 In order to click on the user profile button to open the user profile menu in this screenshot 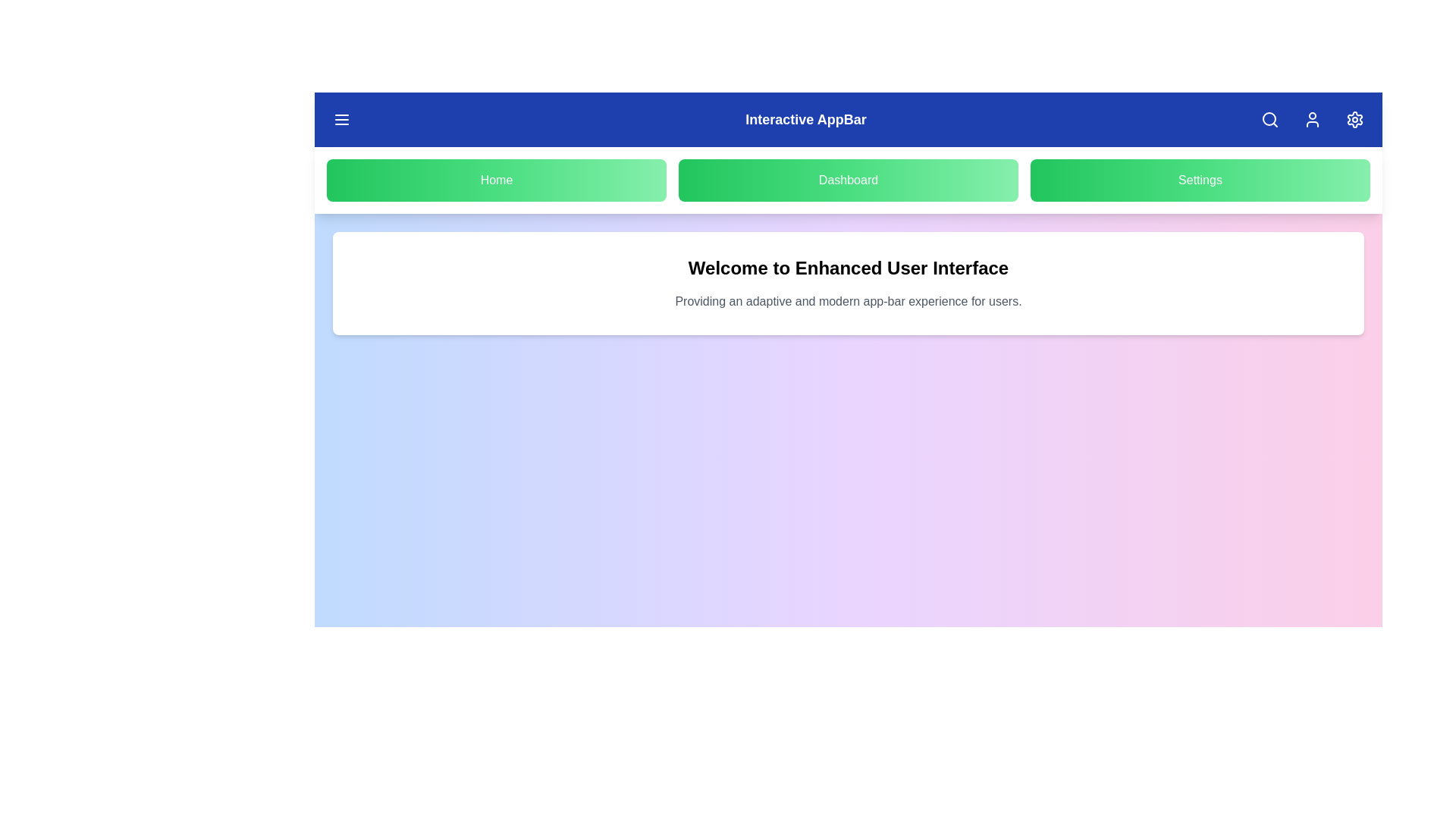, I will do `click(1312, 119)`.